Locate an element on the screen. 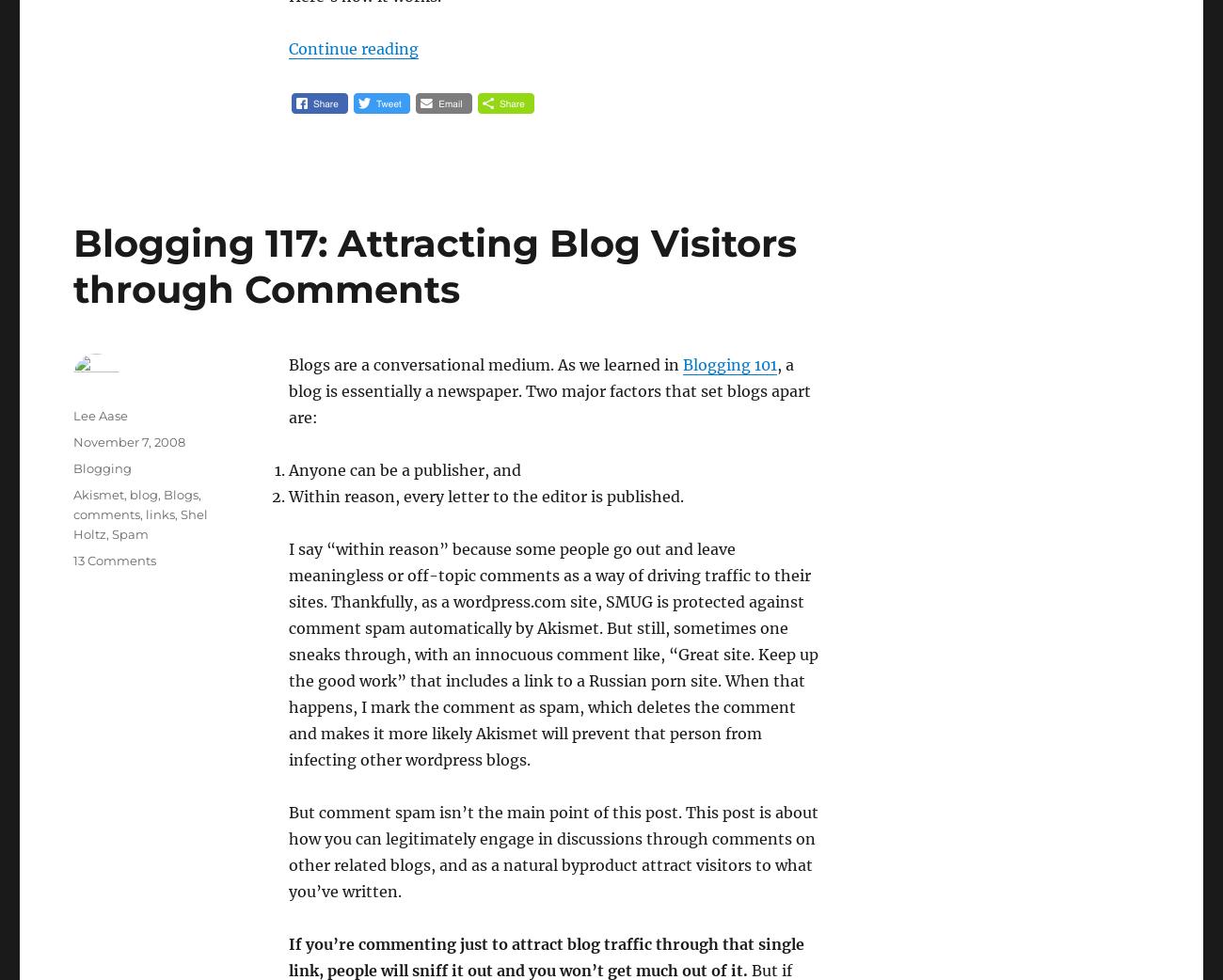  'Shel Holtz' is located at coordinates (139, 523).